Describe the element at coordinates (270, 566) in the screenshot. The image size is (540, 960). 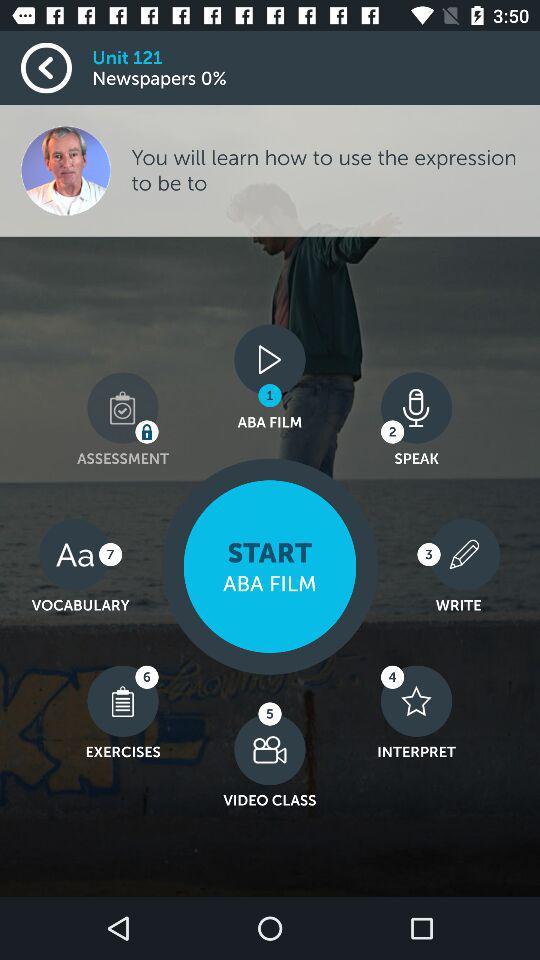
I see `the item next to the 3` at that location.